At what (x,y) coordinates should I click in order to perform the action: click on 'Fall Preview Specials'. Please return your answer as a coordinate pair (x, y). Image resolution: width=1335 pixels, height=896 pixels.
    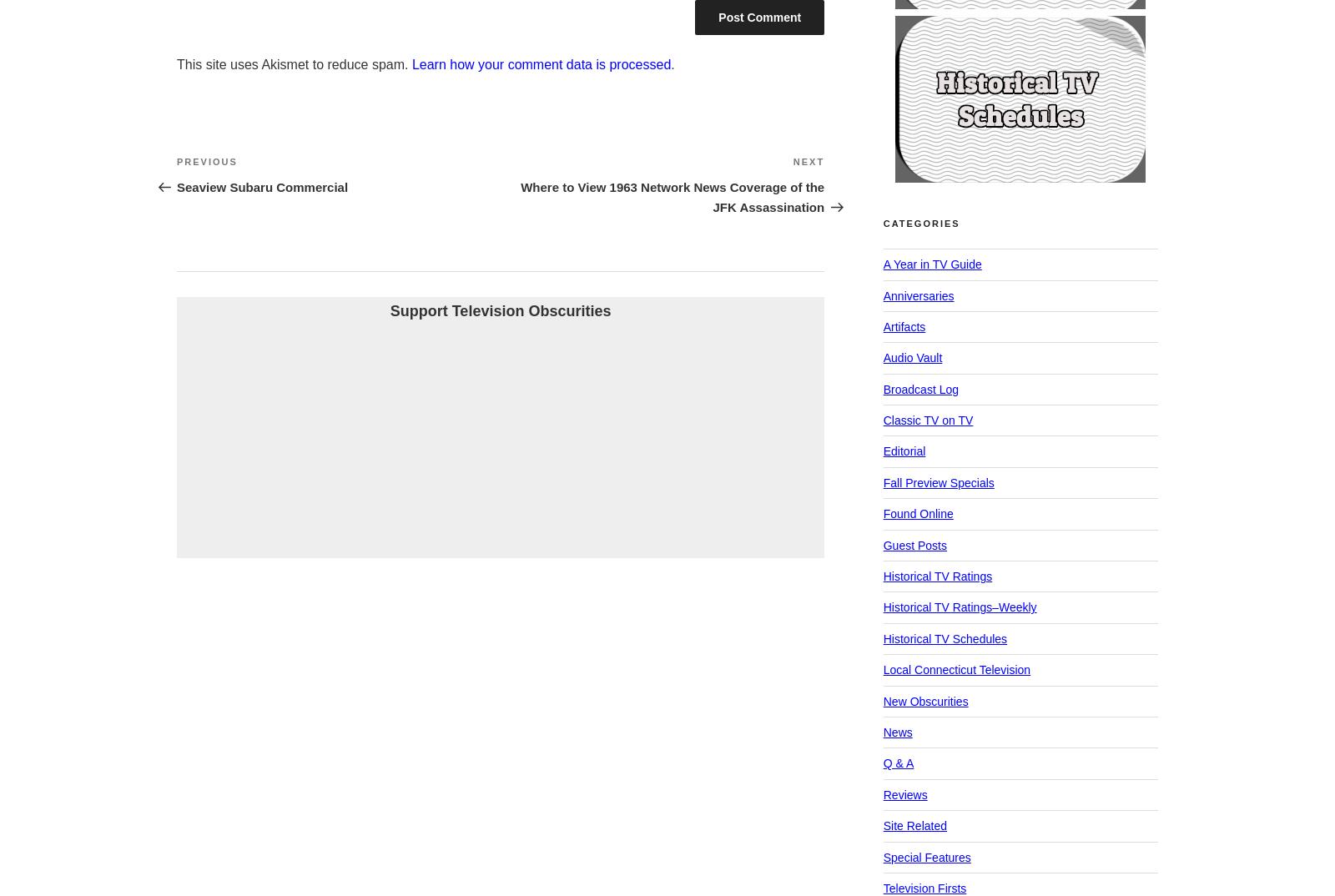
    Looking at the image, I should click on (938, 481).